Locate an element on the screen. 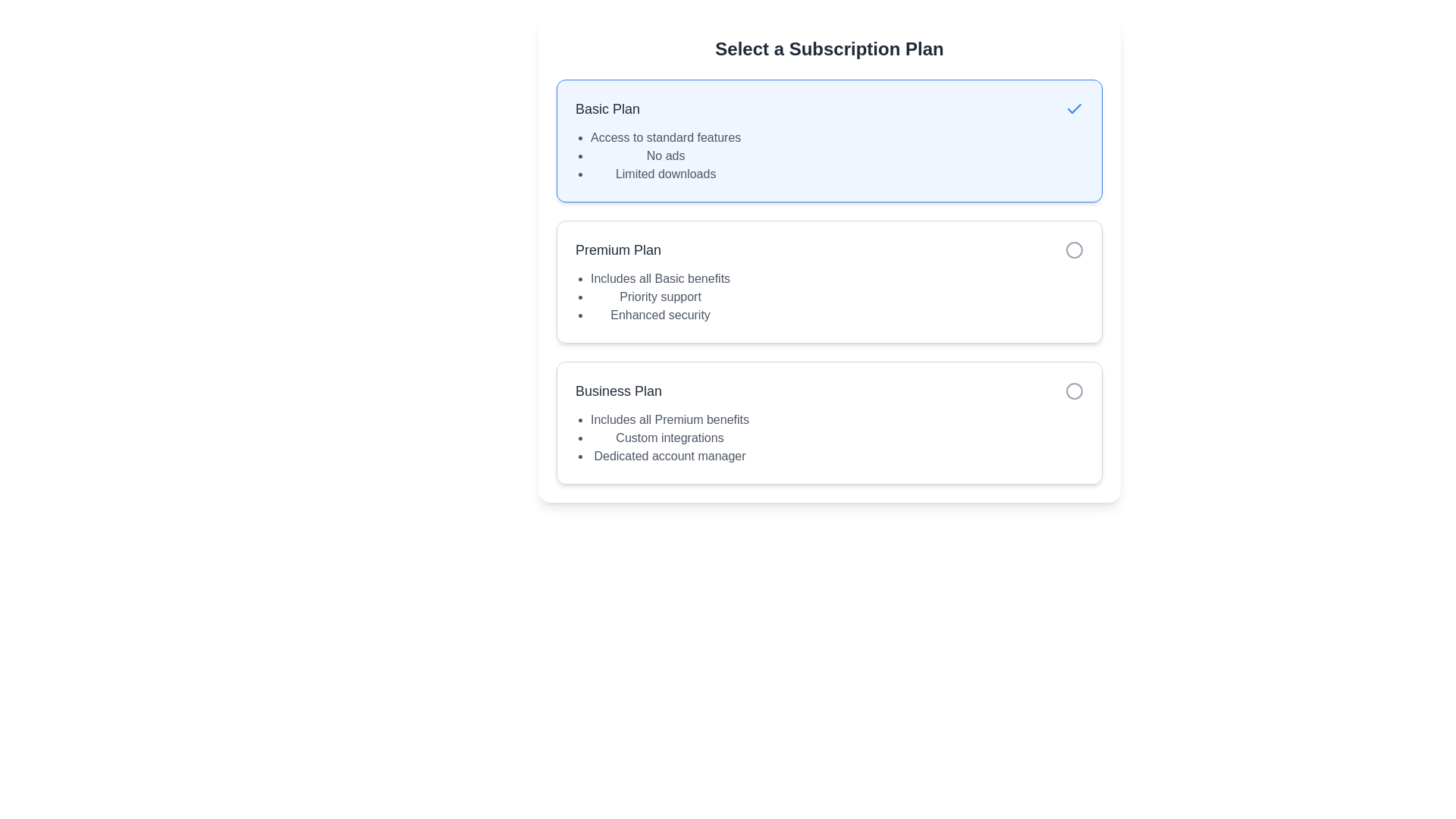  the unselected radio button for the 'Business Plan' option is located at coordinates (1073, 391).